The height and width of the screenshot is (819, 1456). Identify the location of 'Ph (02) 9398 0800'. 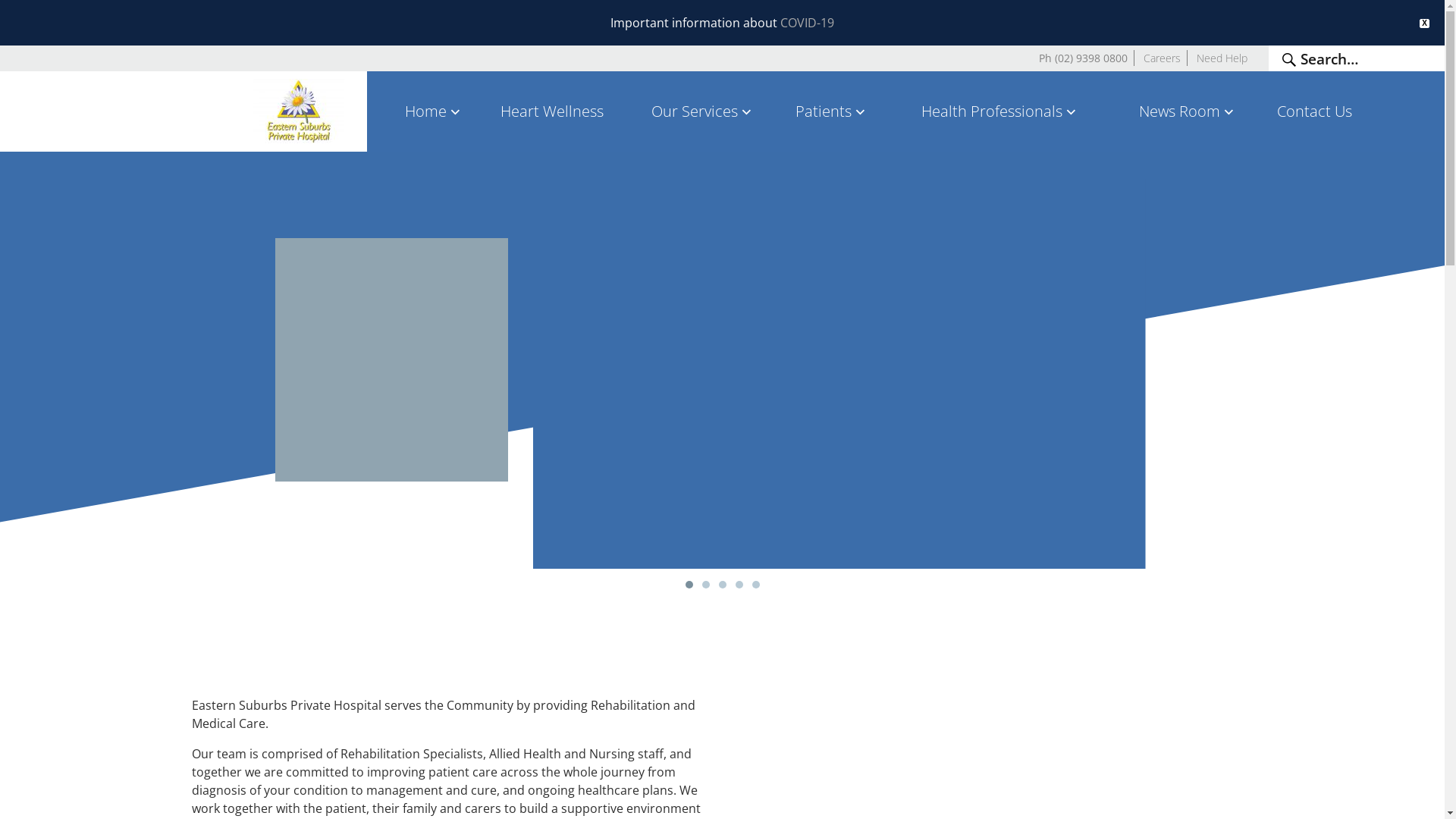
(1082, 57).